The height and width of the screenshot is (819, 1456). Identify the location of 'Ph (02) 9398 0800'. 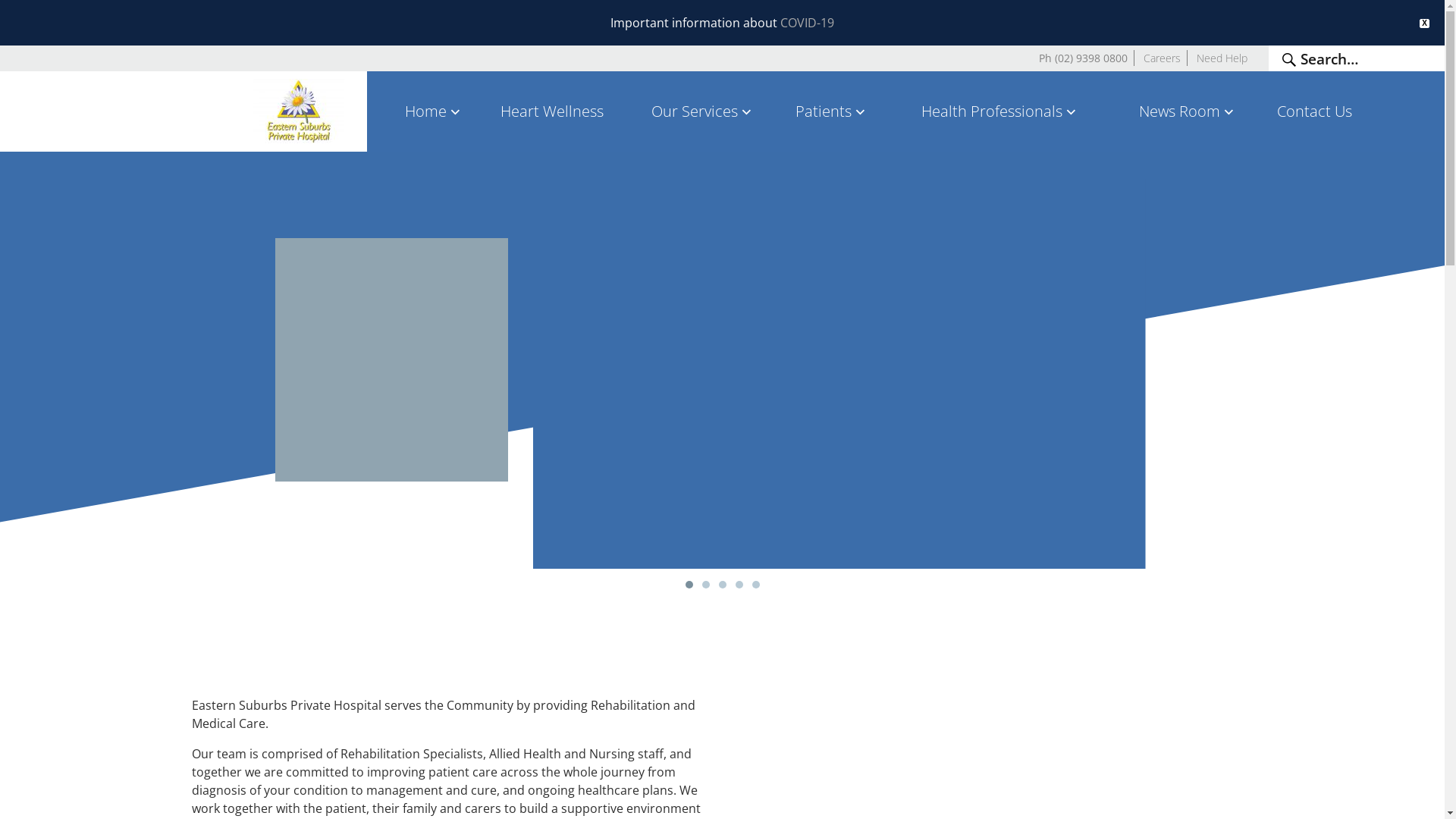
(1082, 57).